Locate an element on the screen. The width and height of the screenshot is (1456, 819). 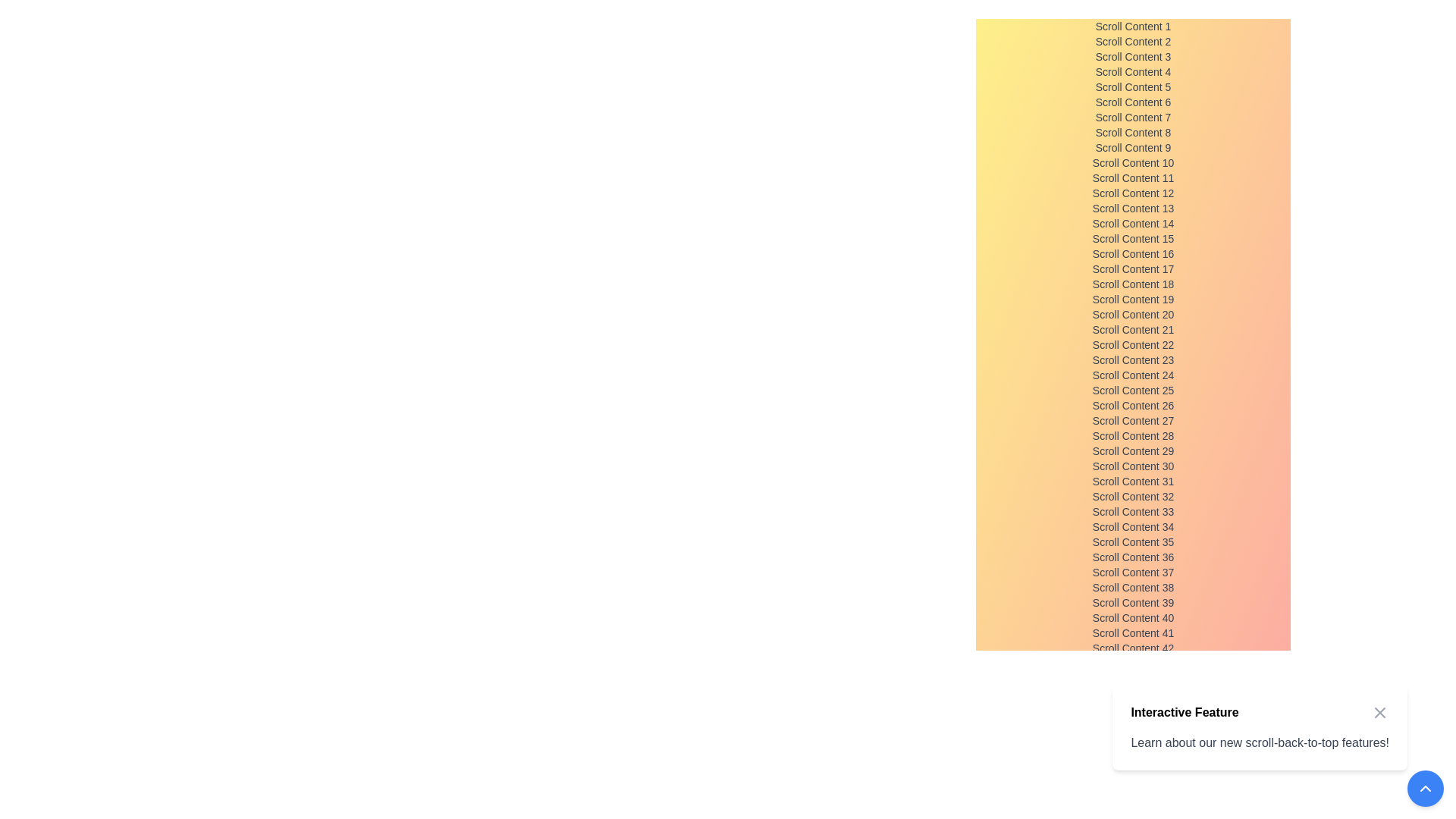
the 19th text label in the scrollable list which displays the content between 'Scroll Content 18' and 'Scroll Content 20' is located at coordinates (1133, 299).